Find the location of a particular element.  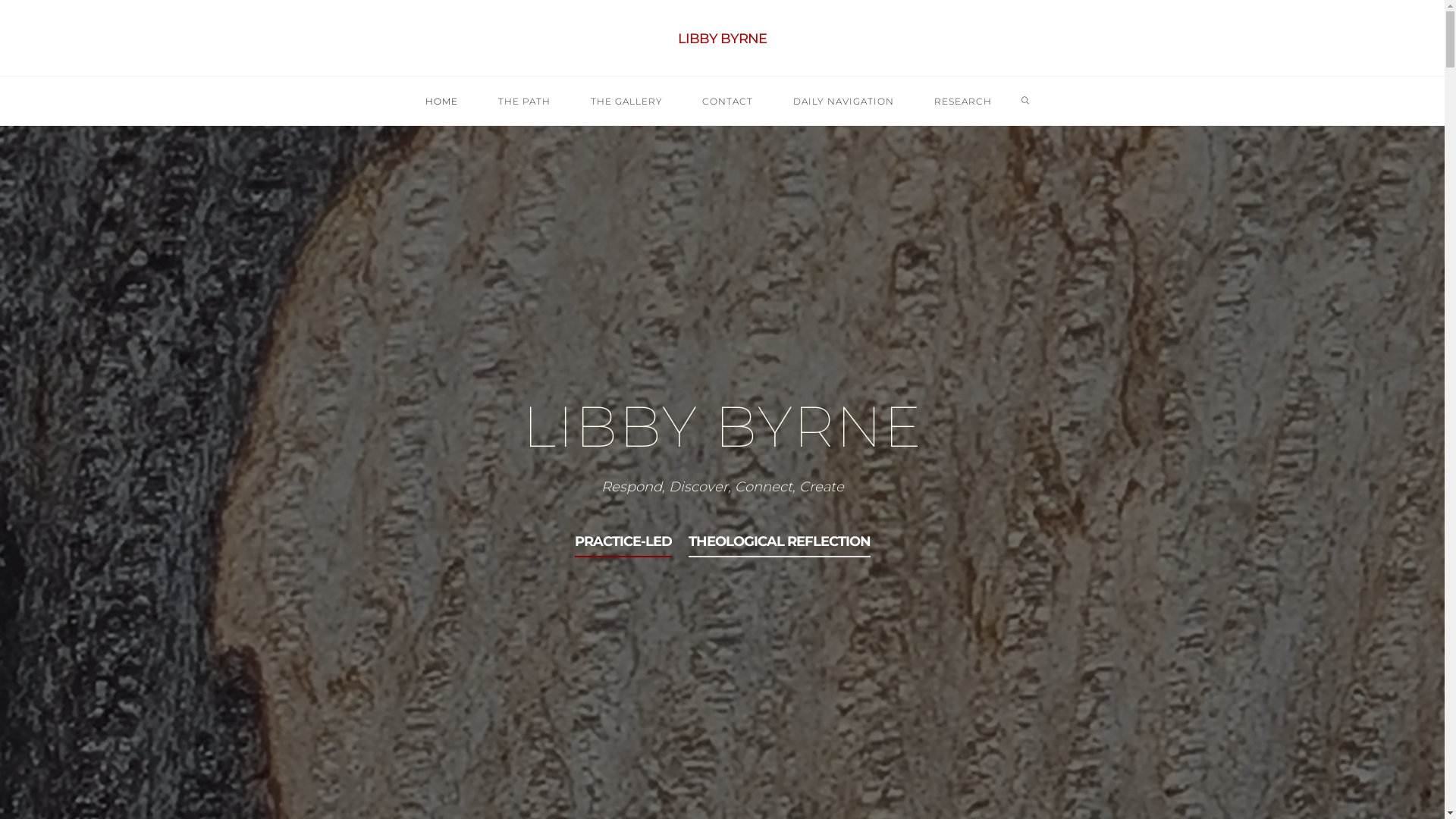

'THEOLOGICAL REFLECTION' is located at coordinates (779, 540).